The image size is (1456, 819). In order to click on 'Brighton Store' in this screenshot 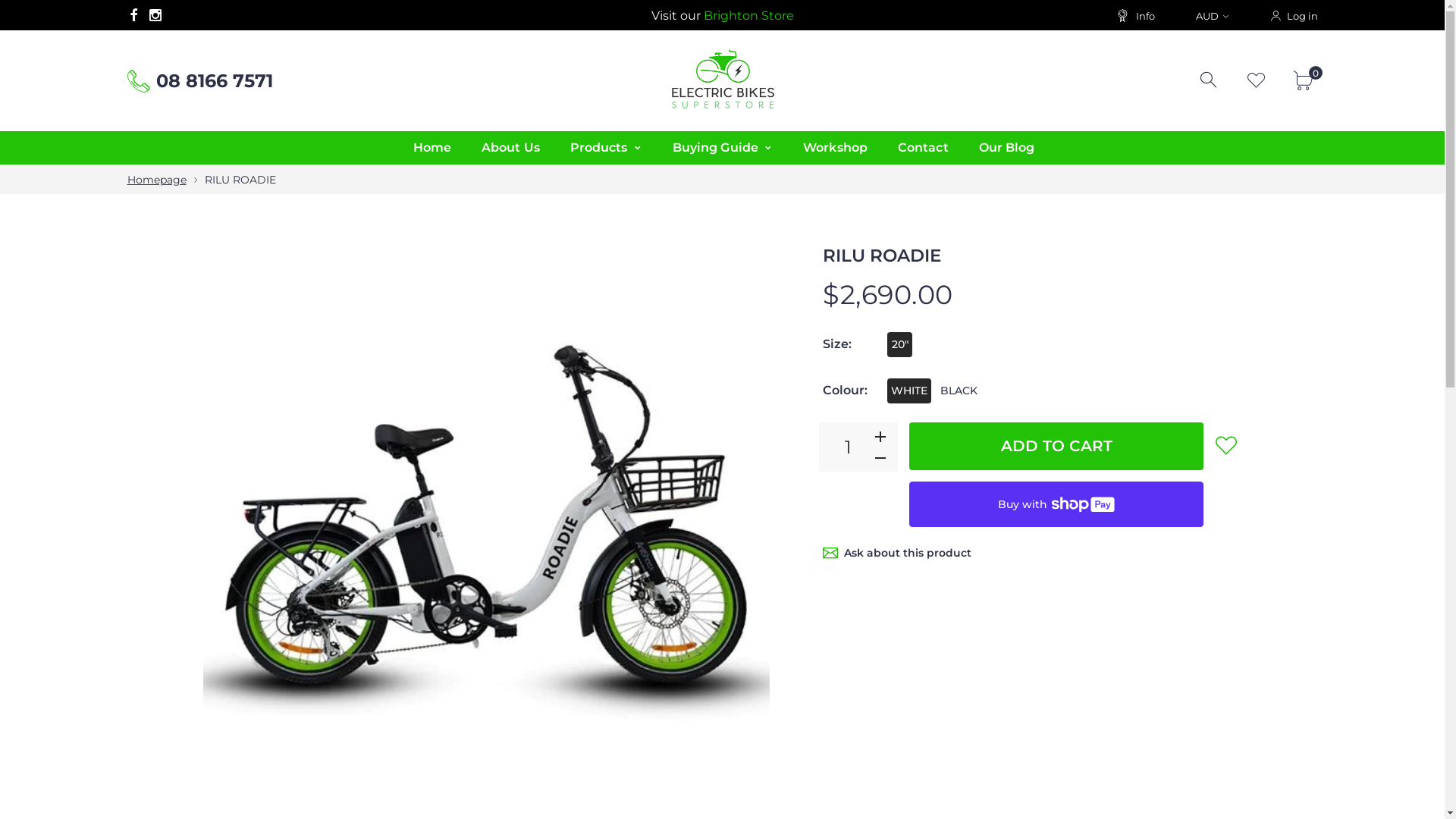, I will do `click(702, 15)`.